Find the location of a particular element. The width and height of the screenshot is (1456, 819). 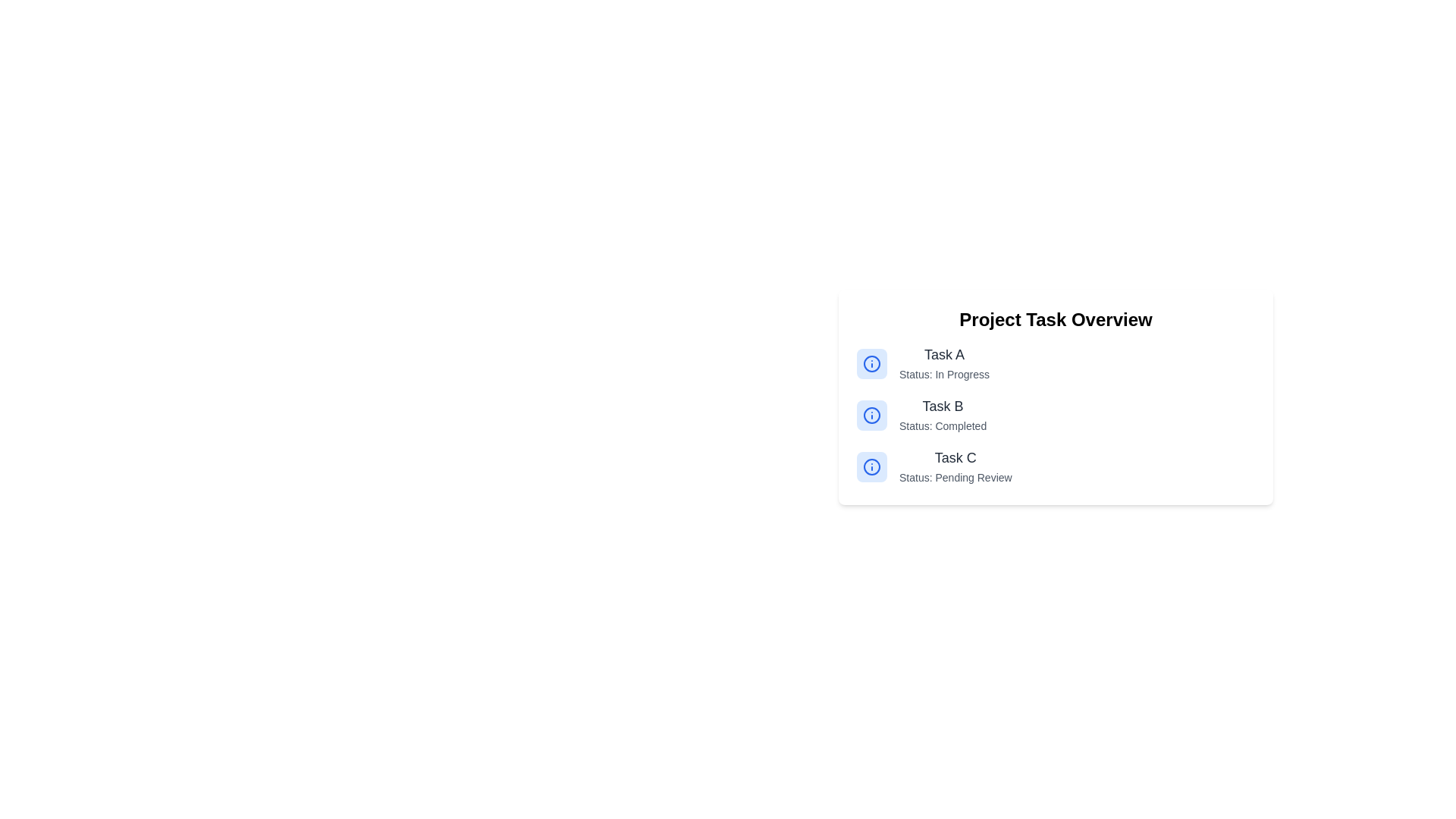

task name from the text element displaying 'Task B' in bold, larger font, located between 'Task A' and 'Task C' is located at coordinates (942, 415).